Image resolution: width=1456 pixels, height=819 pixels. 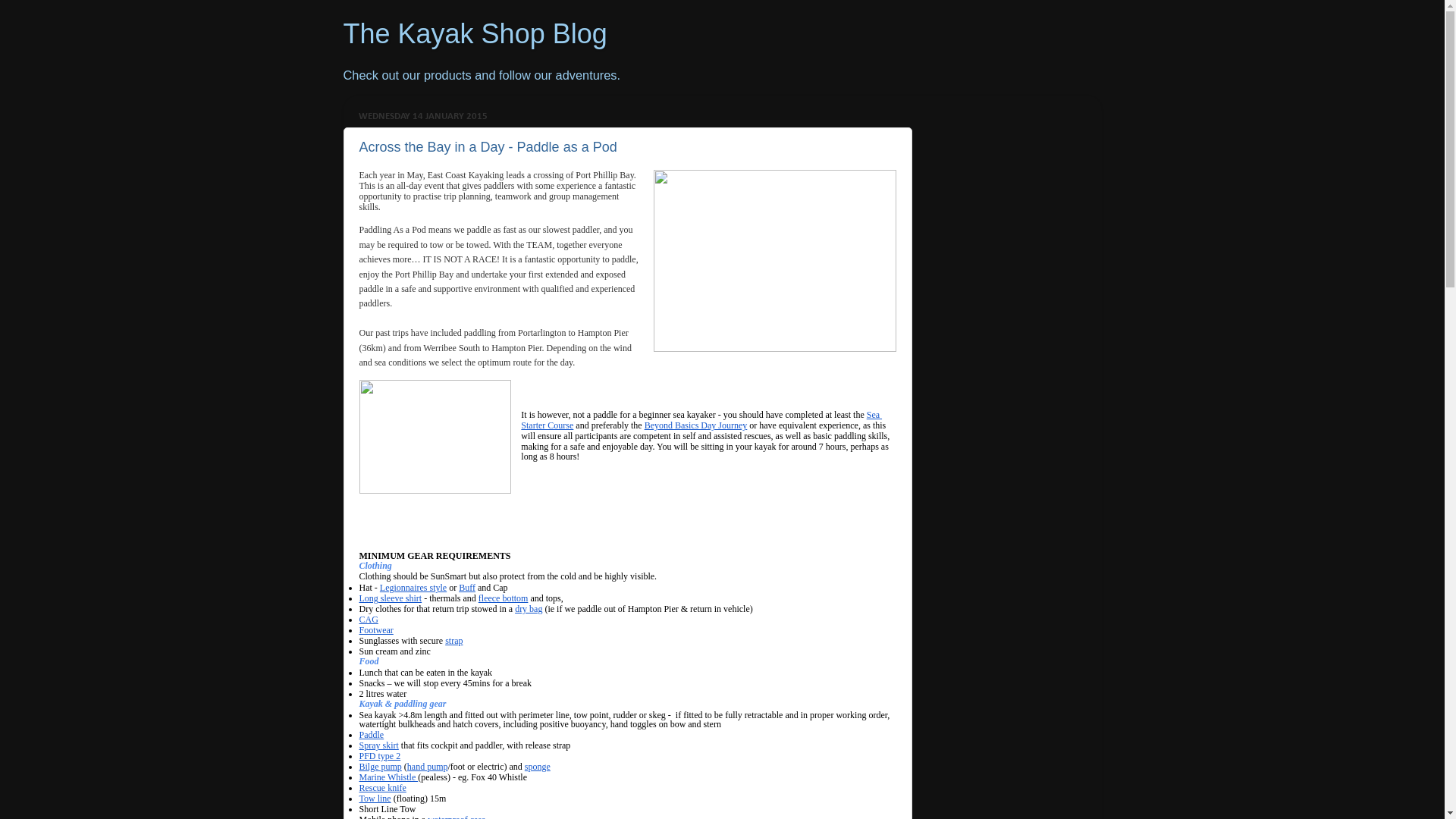 What do you see at coordinates (473, 33) in the screenshot?
I see `'The Kayak Shop Blog'` at bounding box center [473, 33].